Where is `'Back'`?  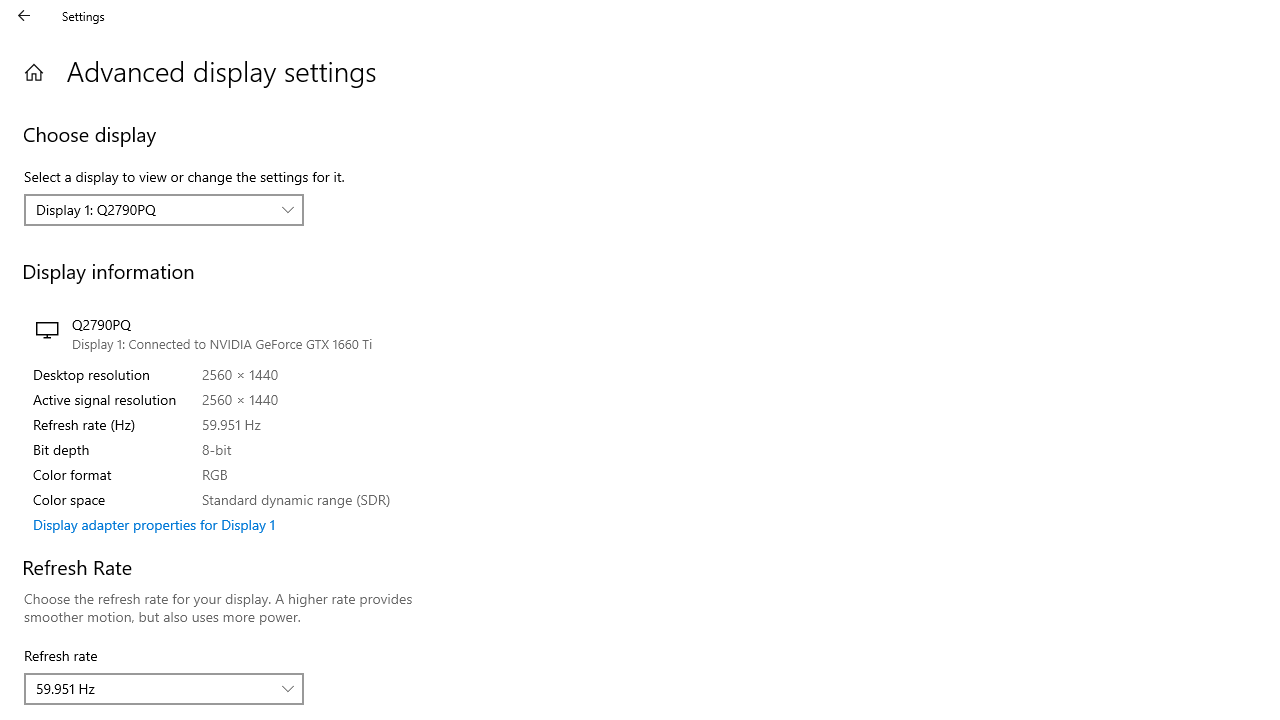 'Back' is located at coordinates (24, 15).